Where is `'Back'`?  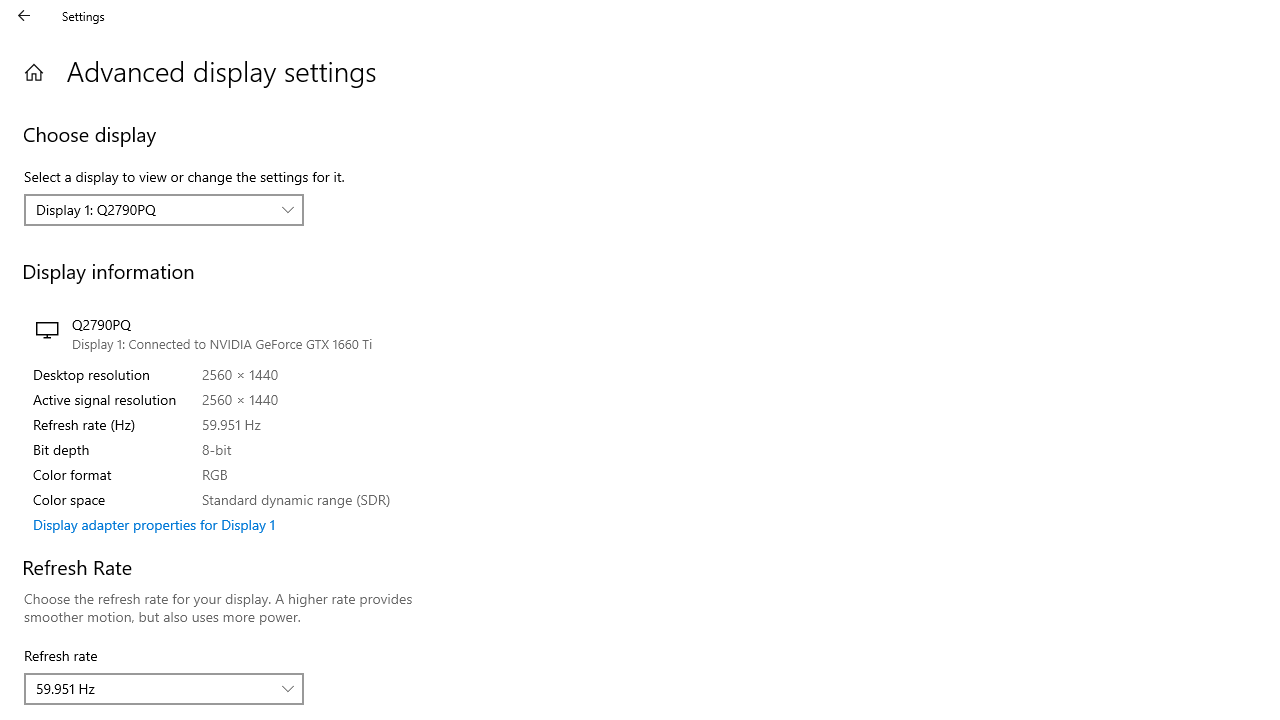 'Back' is located at coordinates (24, 15).